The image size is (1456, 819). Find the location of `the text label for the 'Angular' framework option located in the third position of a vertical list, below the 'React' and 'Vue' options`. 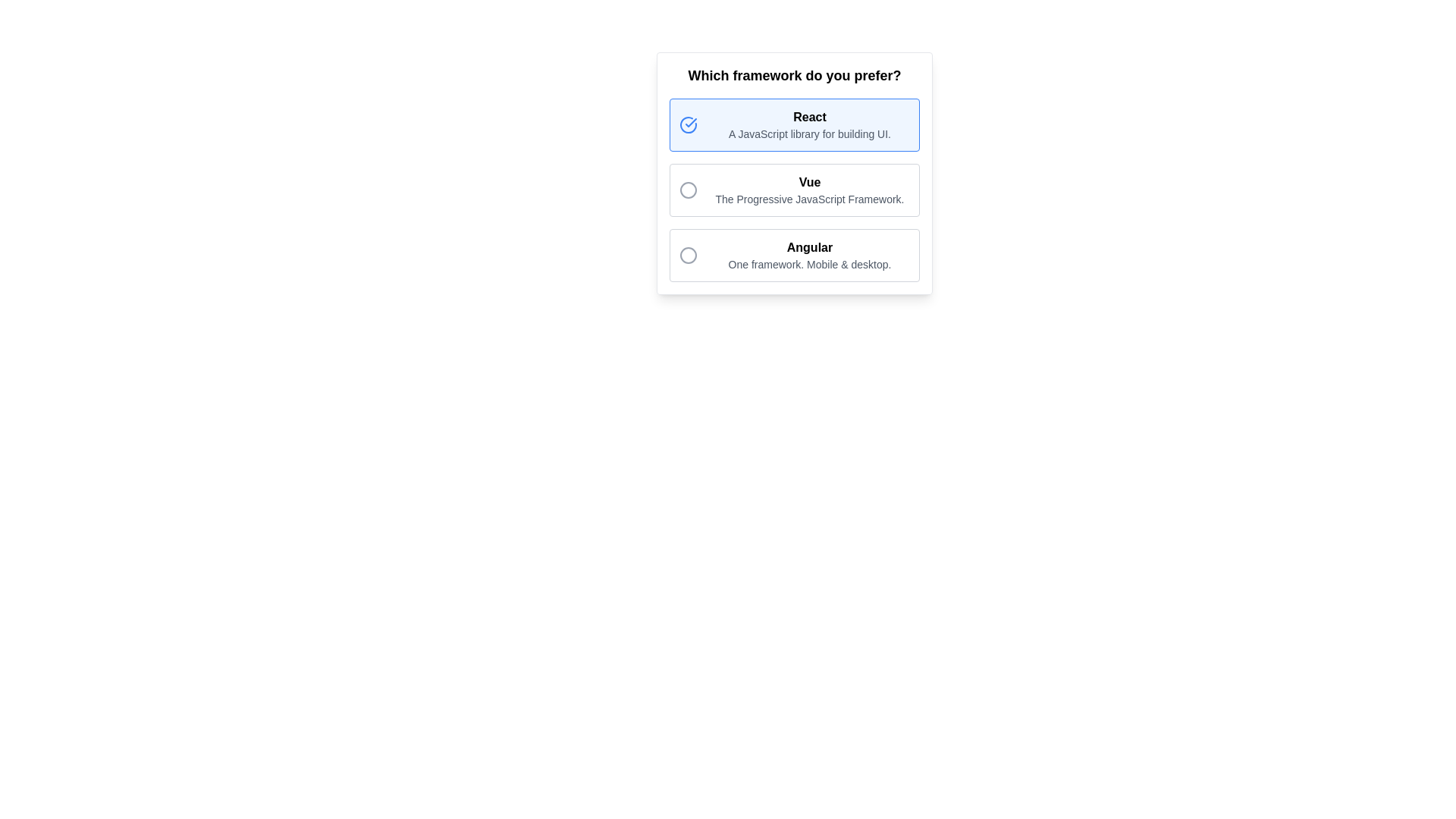

the text label for the 'Angular' framework option located in the third position of a vertical list, below the 'React' and 'Vue' options is located at coordinates (809, 254).